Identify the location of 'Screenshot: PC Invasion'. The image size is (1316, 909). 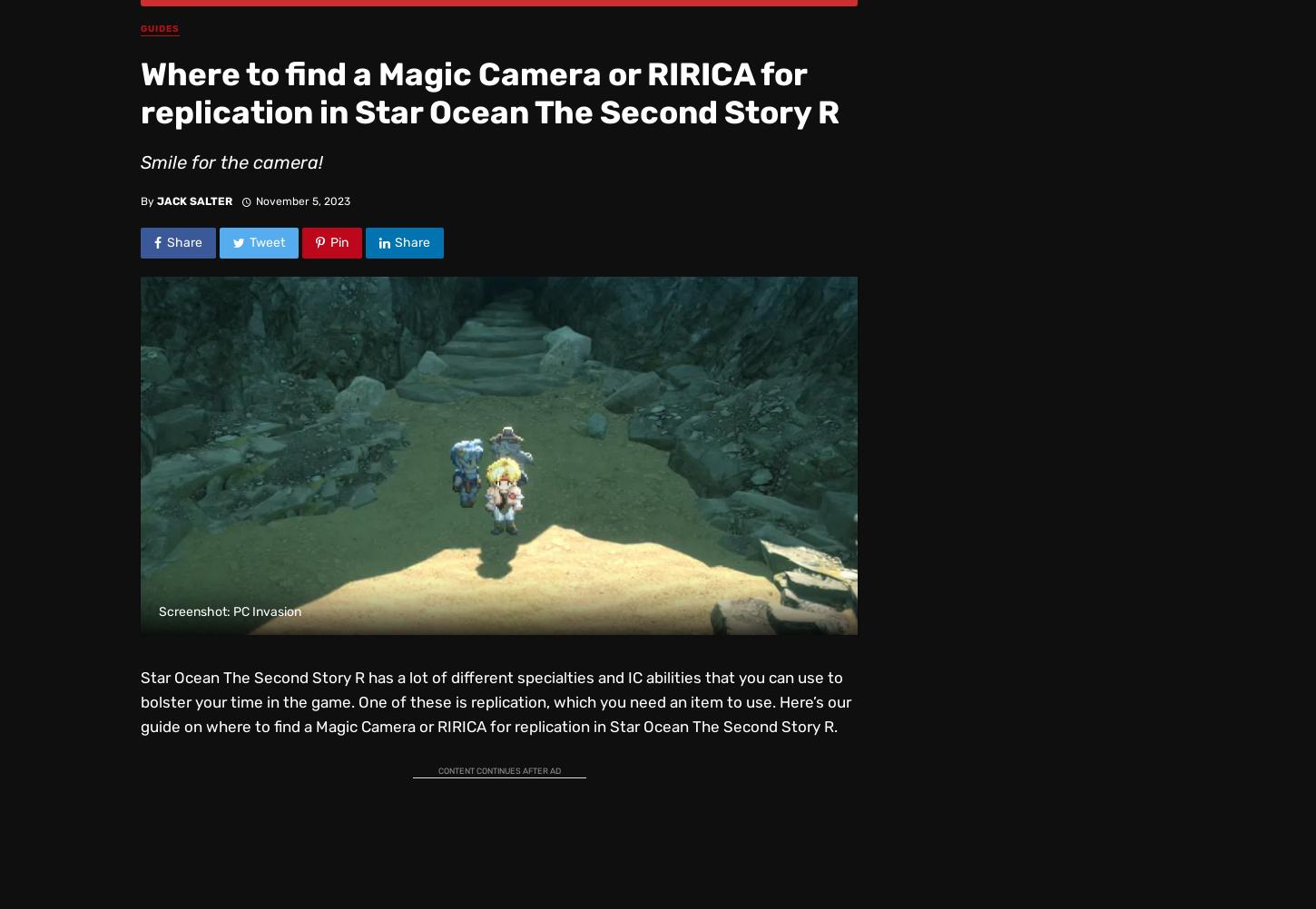
(230, 611).